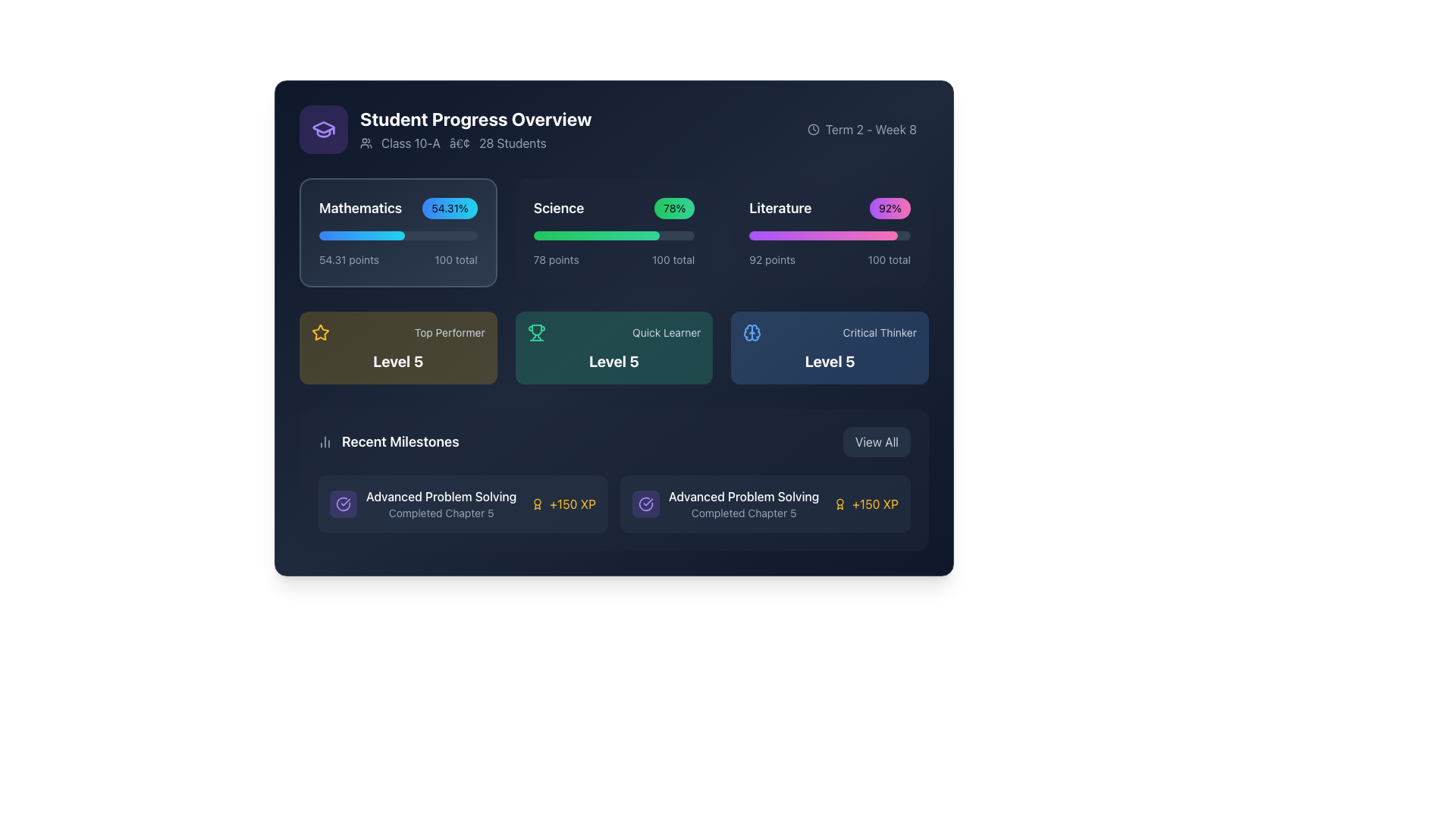 The width and height of the screenshot is (1456, 819). Describe the element at coordinates (462, 504) in the screenshot. I see `the Achievement card located in the Recent Milestones section, which displays information about a completed chapter and its reward in experience points` at that location.